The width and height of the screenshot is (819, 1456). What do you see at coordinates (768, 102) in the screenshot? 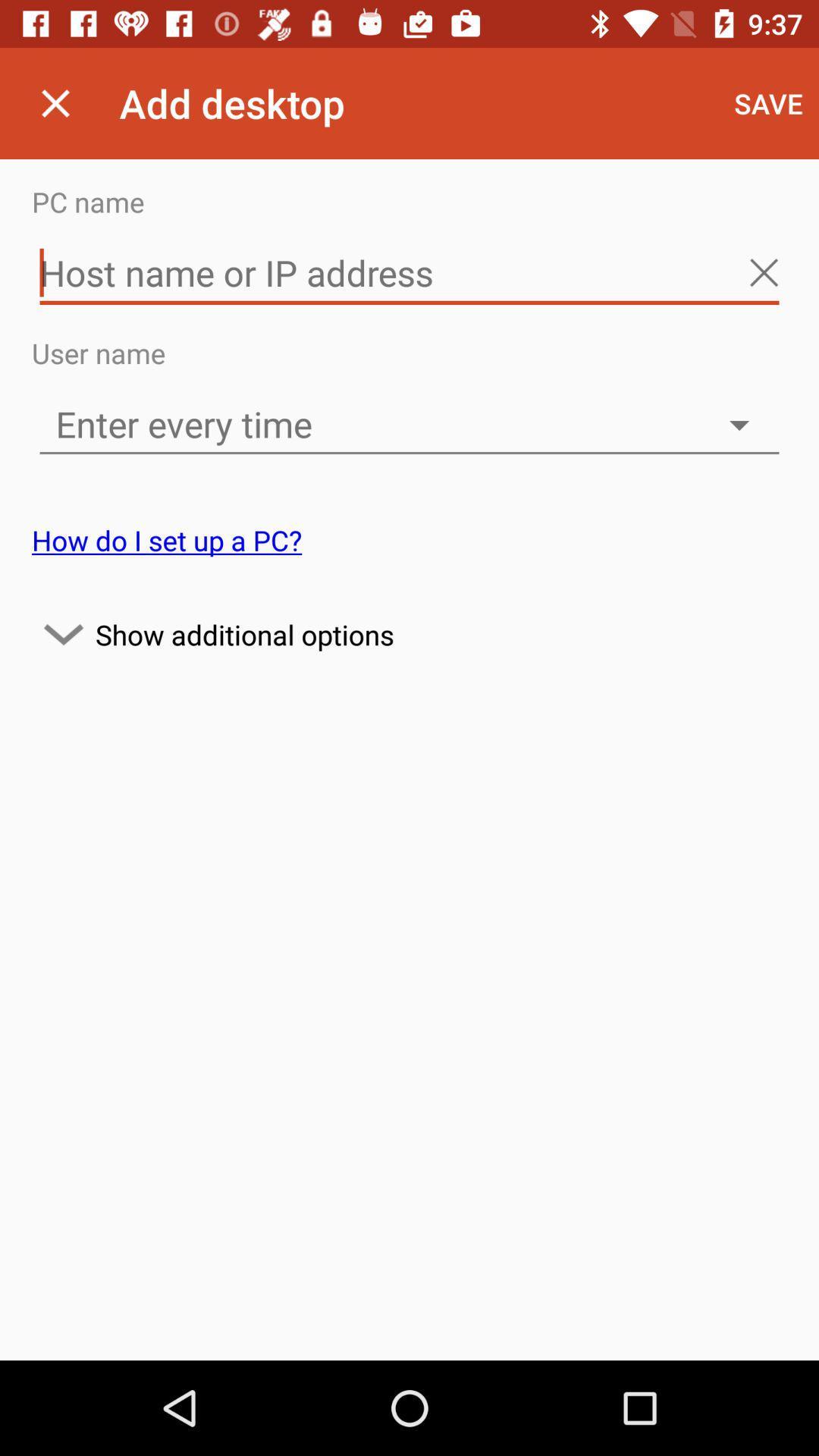
I see `icon next to the add desktop` at bounding box center [768, 102].